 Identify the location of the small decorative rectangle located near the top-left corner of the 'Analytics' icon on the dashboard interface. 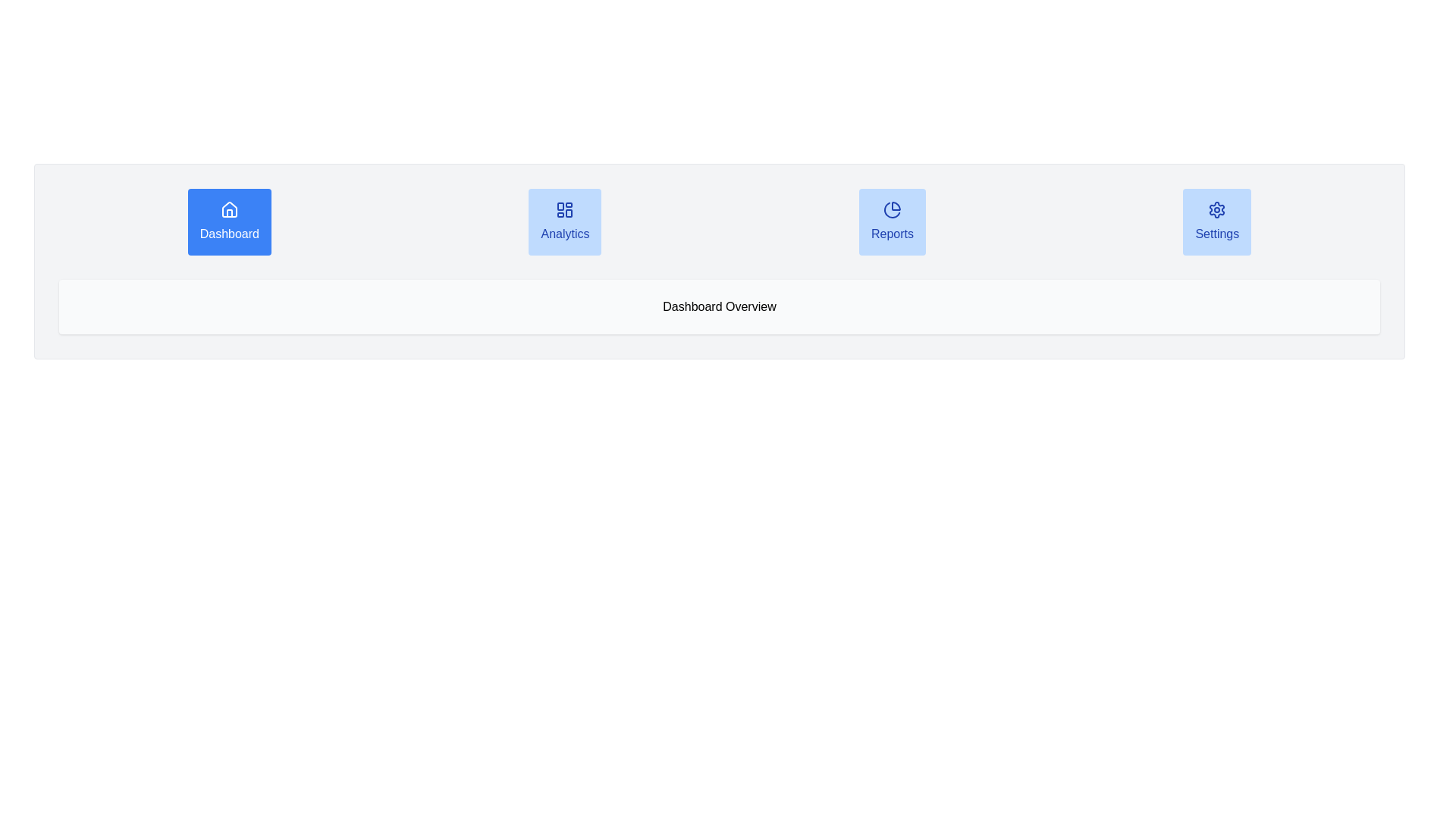
(560, 206).